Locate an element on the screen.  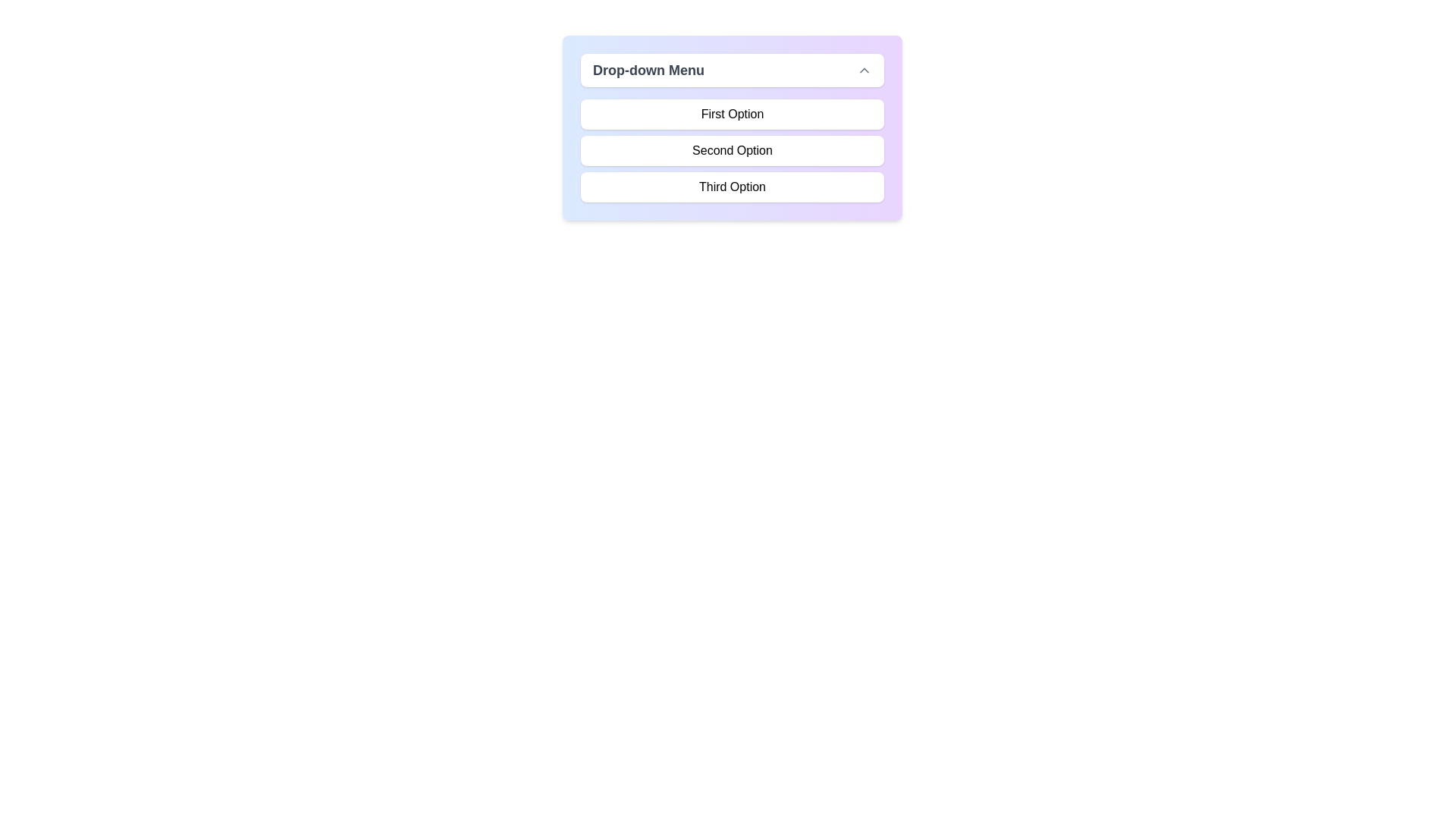
the upward-pointing chevron icon button in the top-right corner of the 'Drop-down Menu' header is located at coordinates (864, 70).